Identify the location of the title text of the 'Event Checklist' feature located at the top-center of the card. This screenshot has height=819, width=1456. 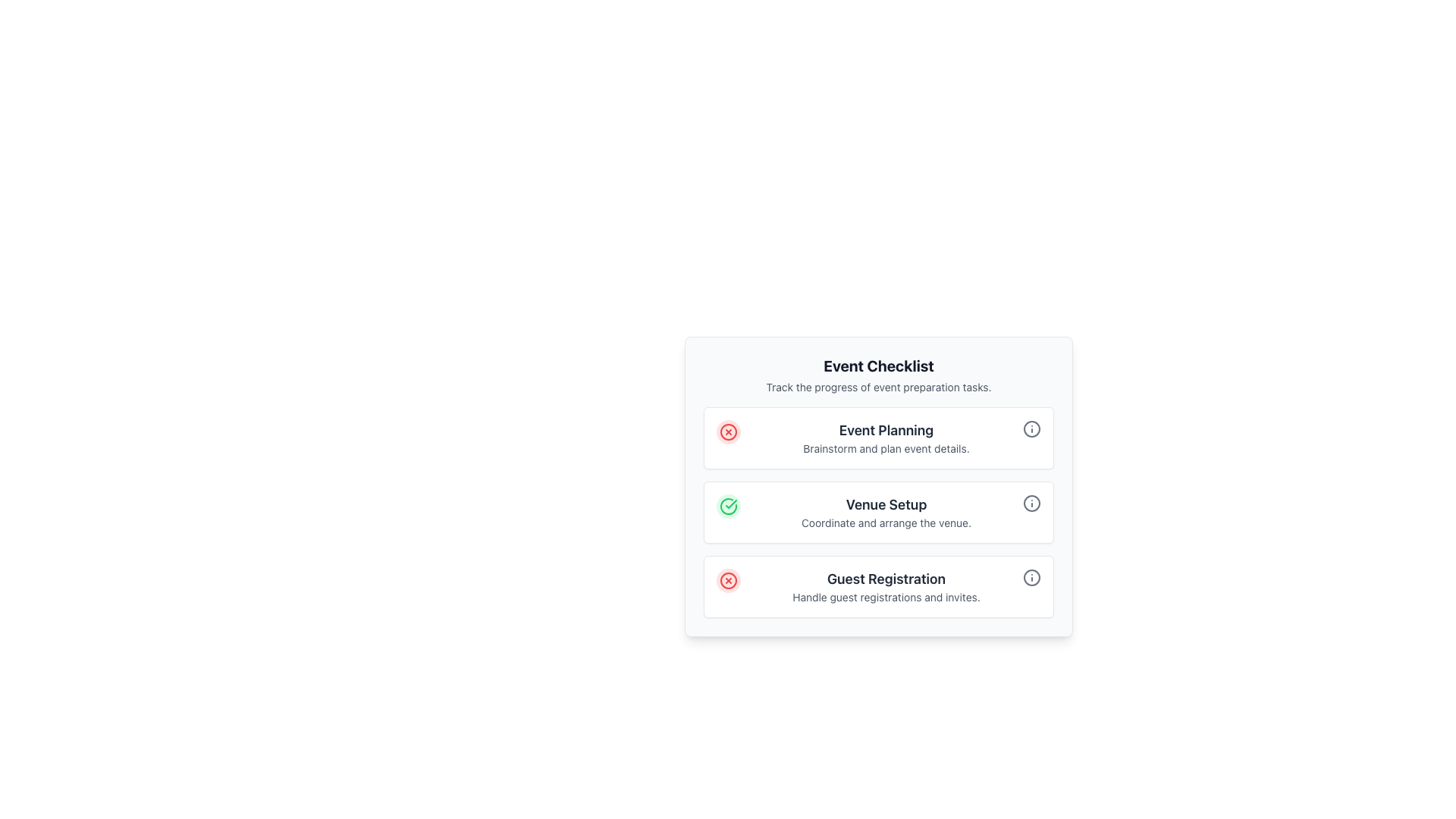
(878, 366).